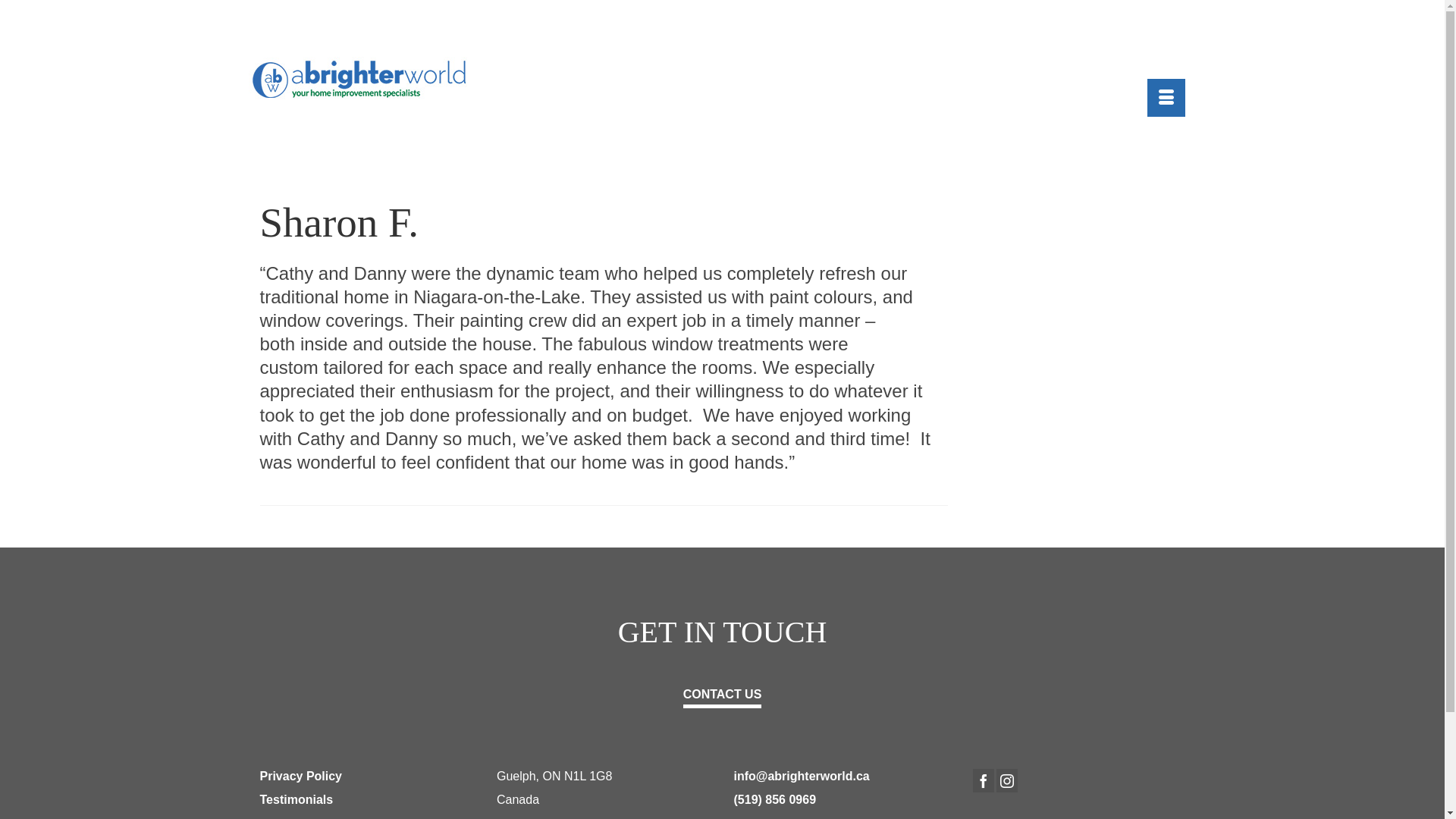 Image resolution: width=1456 pixels, height=819 pixels. What do you see at coordinates (722, 694) in the screenshot?
I see `'CONTACT US'` at bounding box center [722, 694].